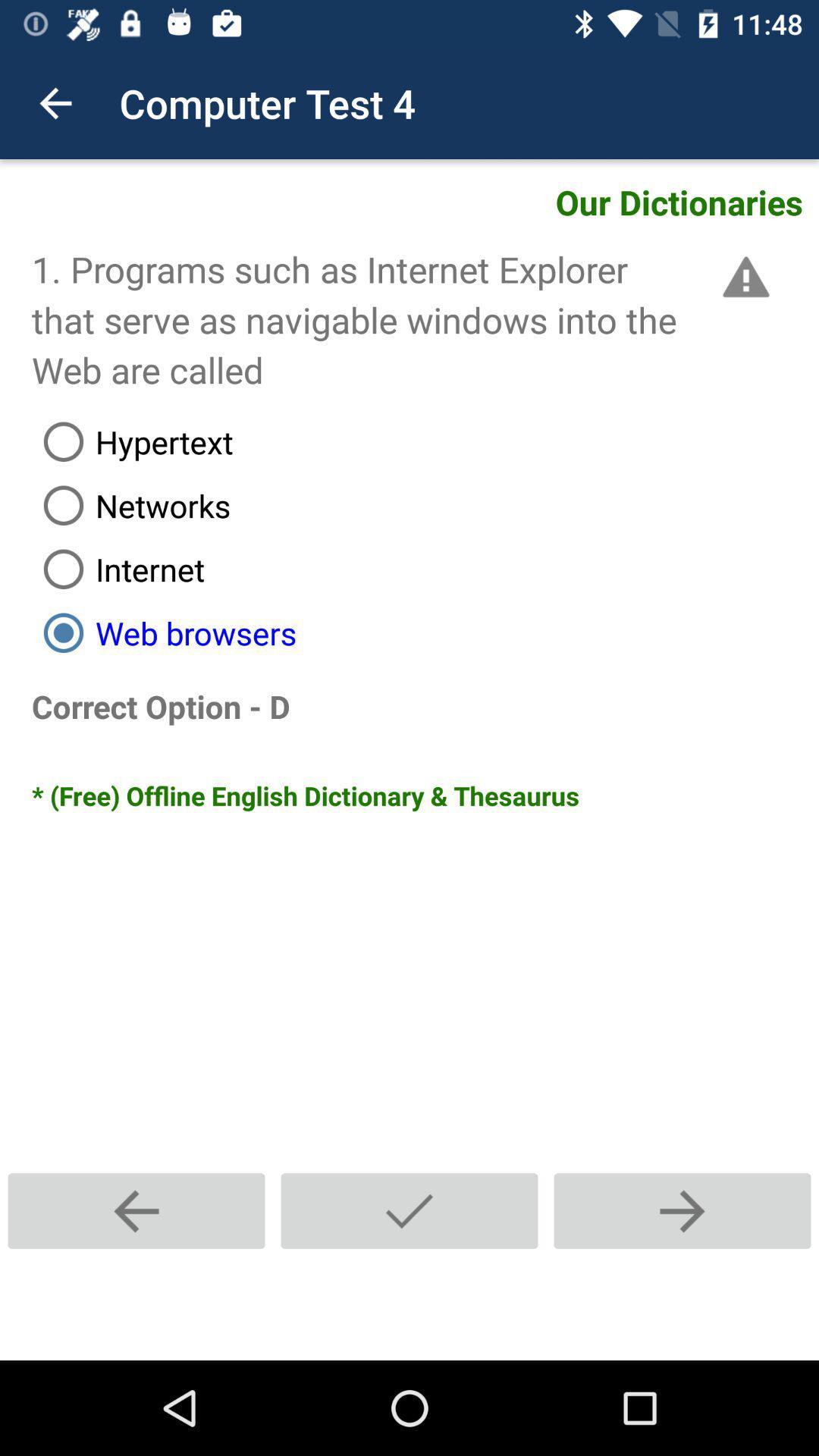 This screenshot has width=819, height=1456. I want to click on item below our dictionaries icon, so click(742, 277).